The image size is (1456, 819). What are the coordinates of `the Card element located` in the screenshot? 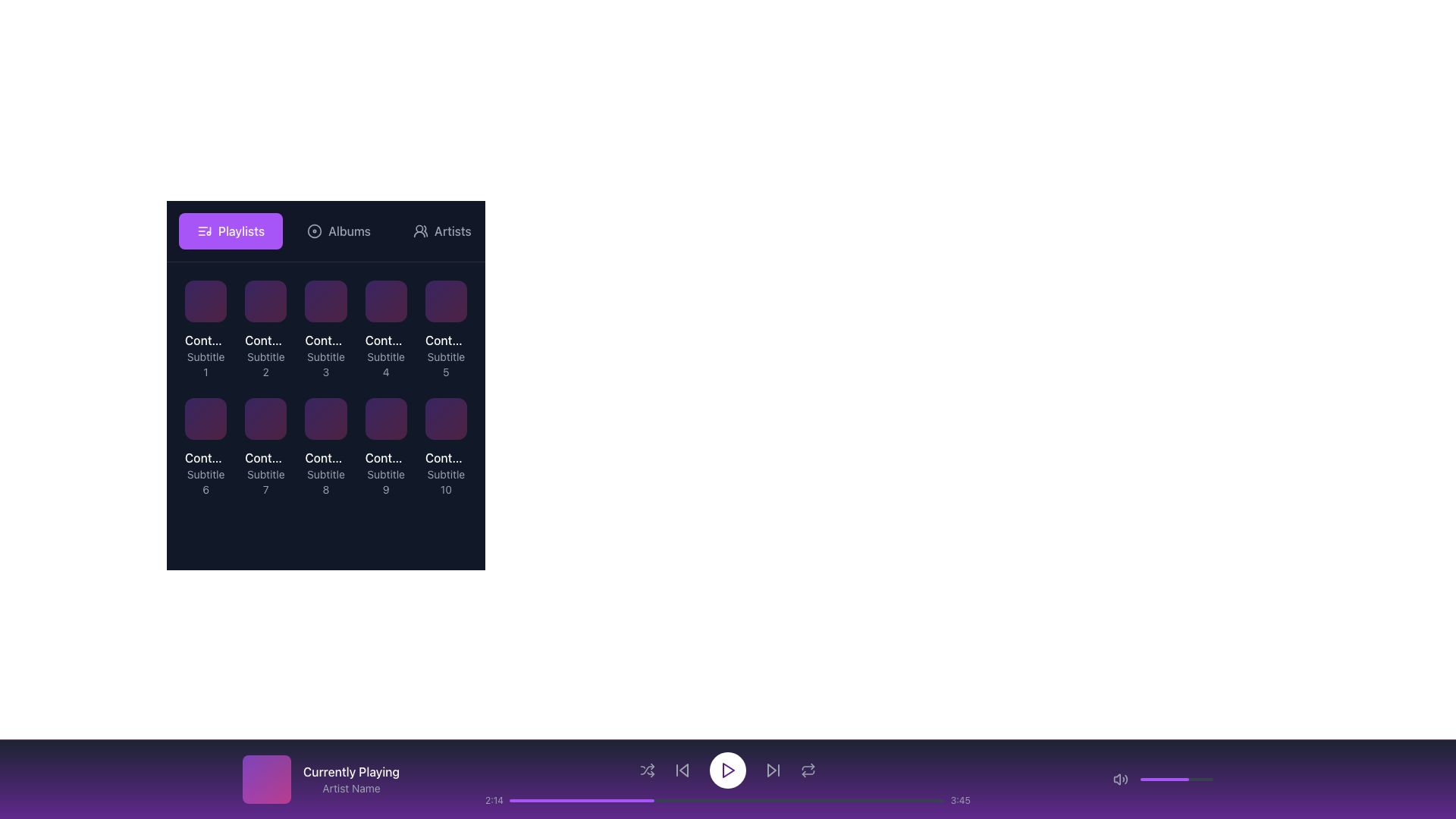 It's located at (265, 447).